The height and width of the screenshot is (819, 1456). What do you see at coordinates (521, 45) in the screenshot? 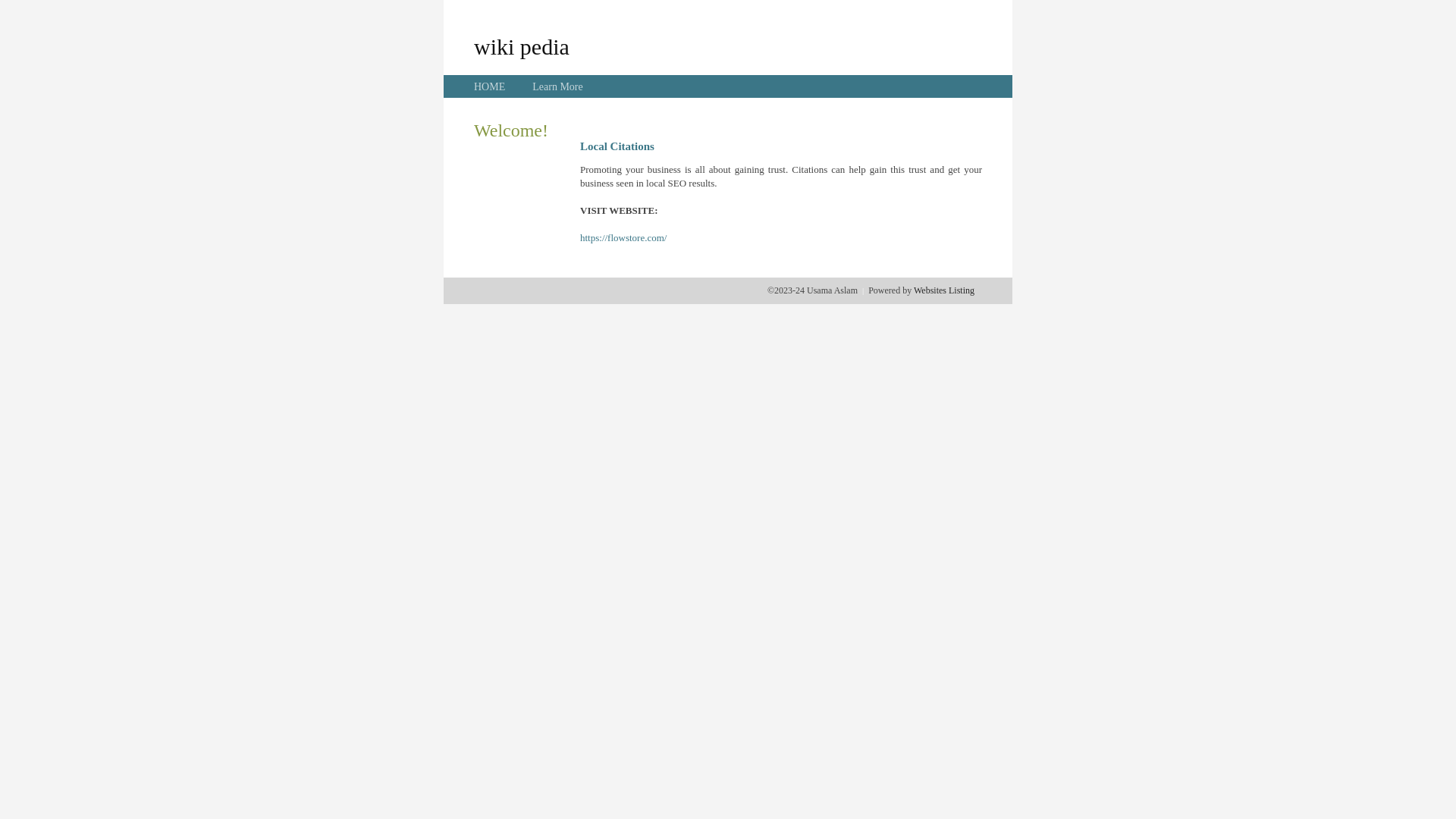
I see `'wiki pedia'` at bounding box center [521, 45].